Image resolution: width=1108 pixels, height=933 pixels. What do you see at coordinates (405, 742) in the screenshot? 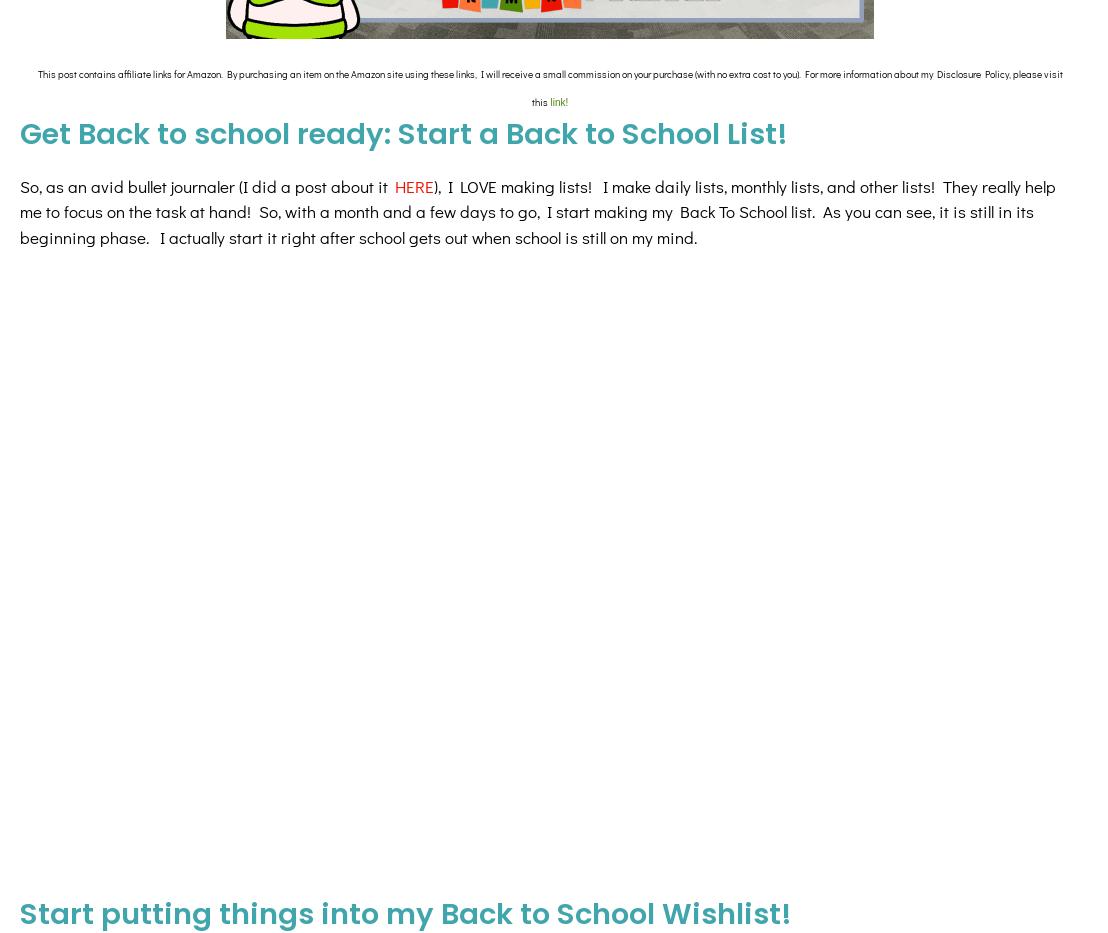
I see `'Start putting things into my Back to School Wishlist!'` at bounding box center [405, 742].